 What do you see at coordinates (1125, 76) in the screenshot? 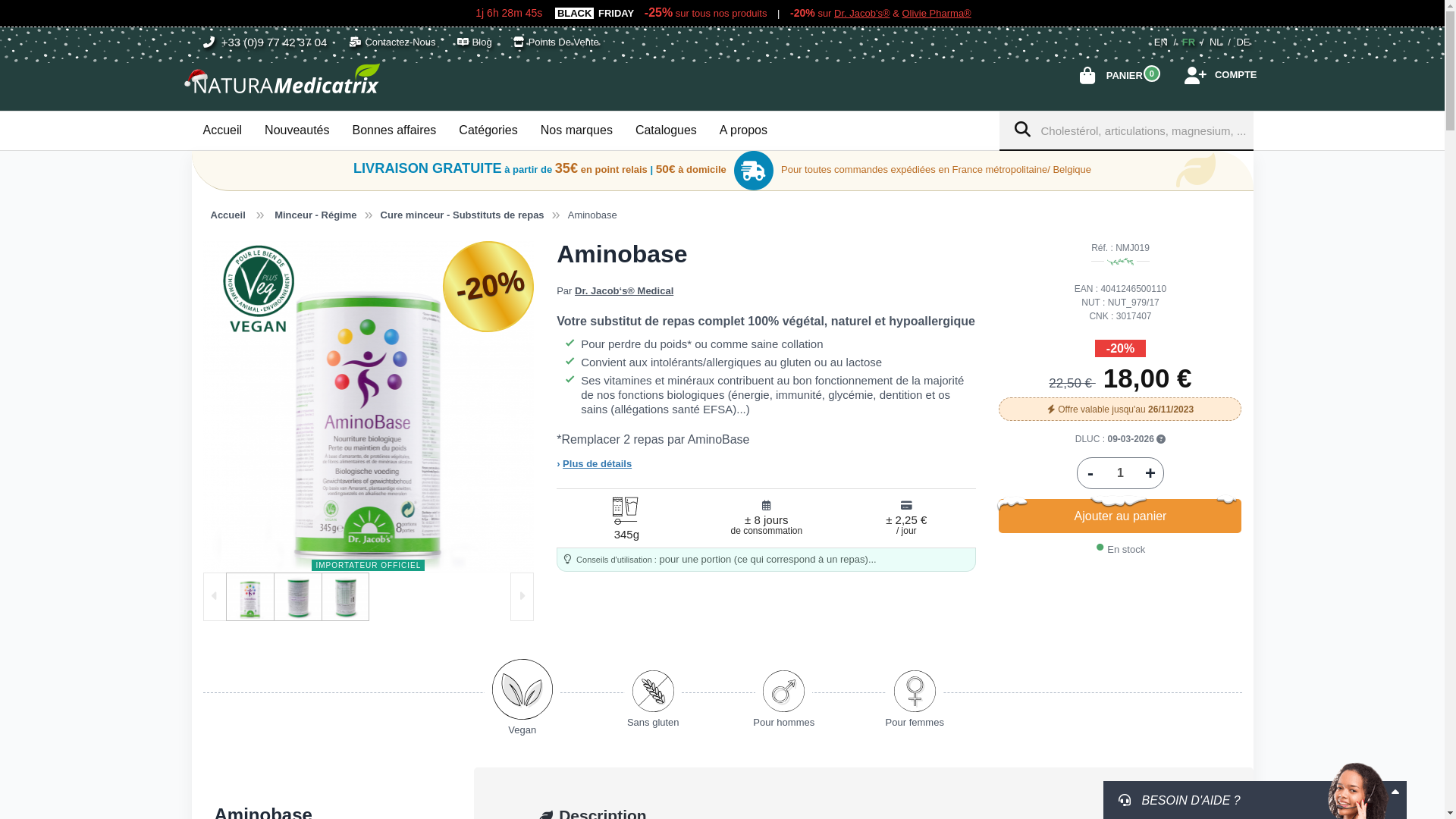
I see `'PANIER` at bounding box center [1125, 76].